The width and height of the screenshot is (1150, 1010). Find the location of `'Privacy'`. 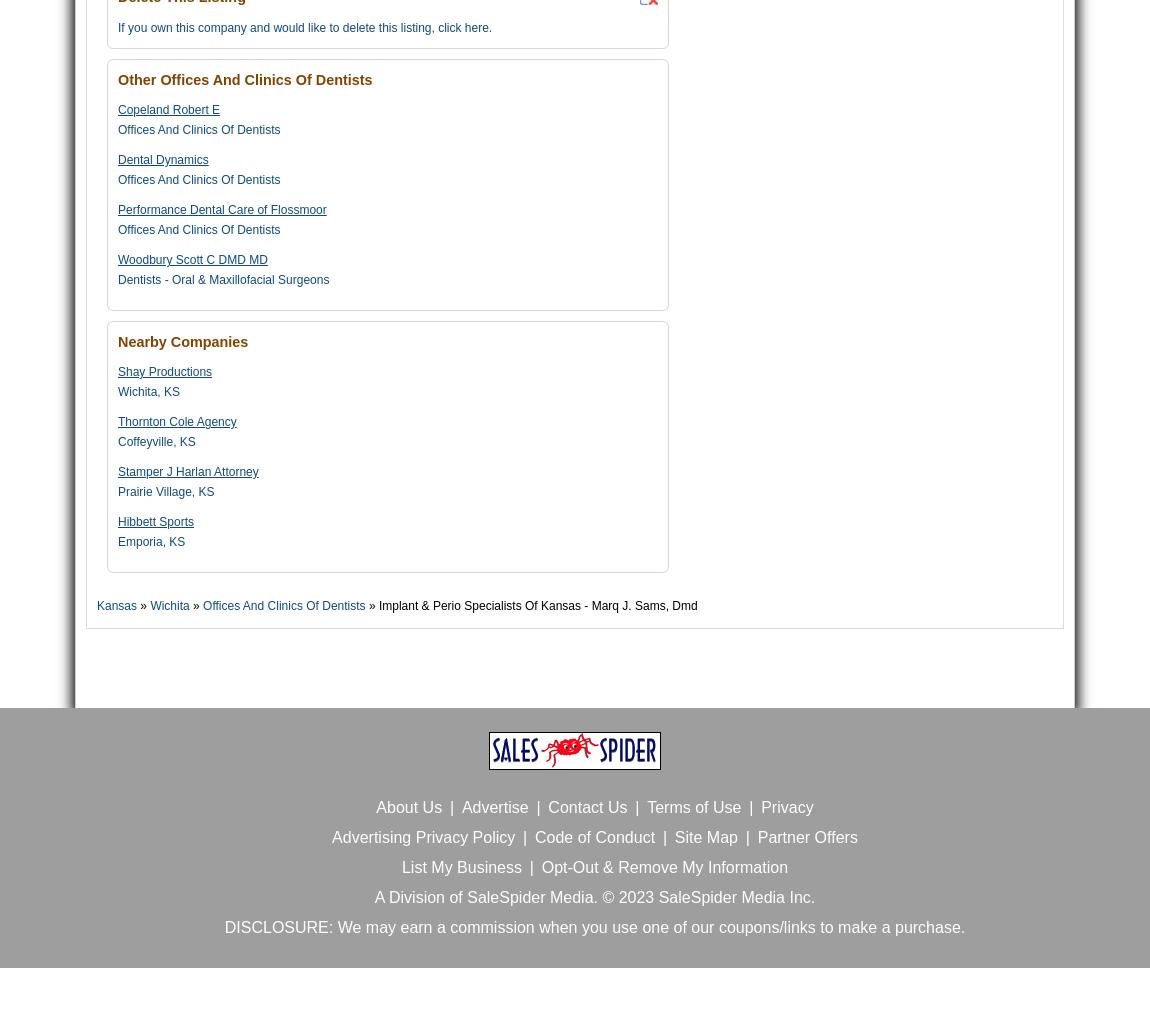

'Privacy' is located at coordinates (785, 807).